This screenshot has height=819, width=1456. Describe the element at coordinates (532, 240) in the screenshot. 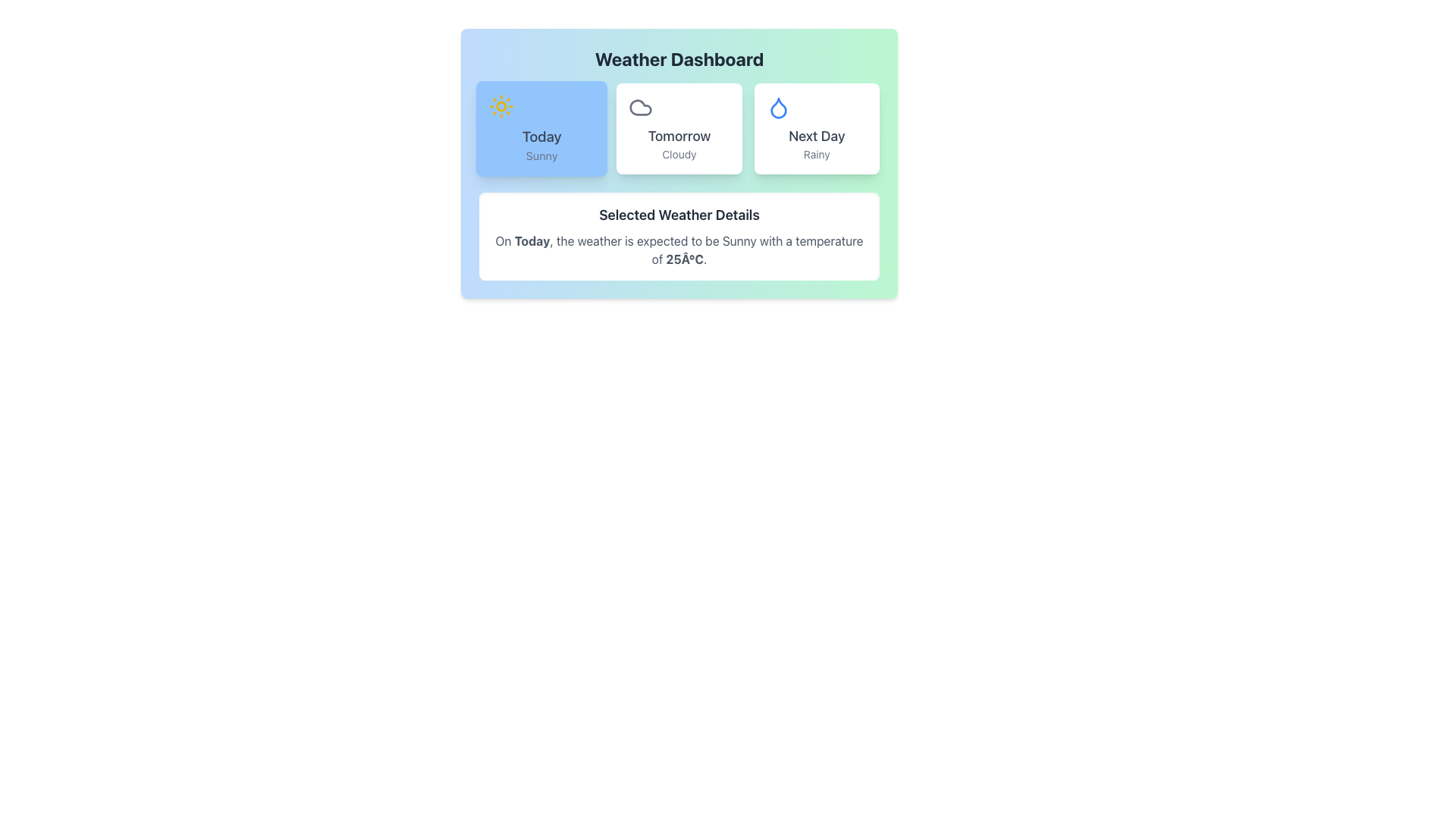

I see `the text 'Today' styled in a gray font, located in the weather details section of the interface, which is the first word of the sentence describing the weather` at that location.